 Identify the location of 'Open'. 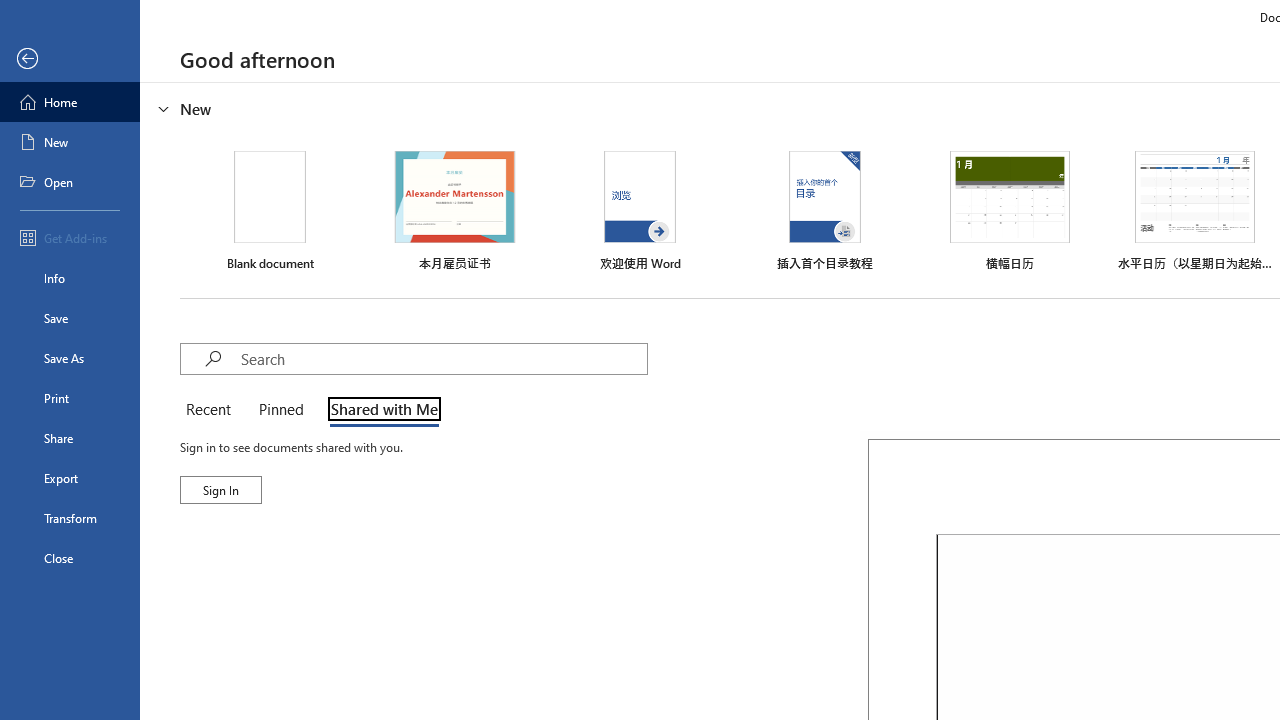
(69, 182).